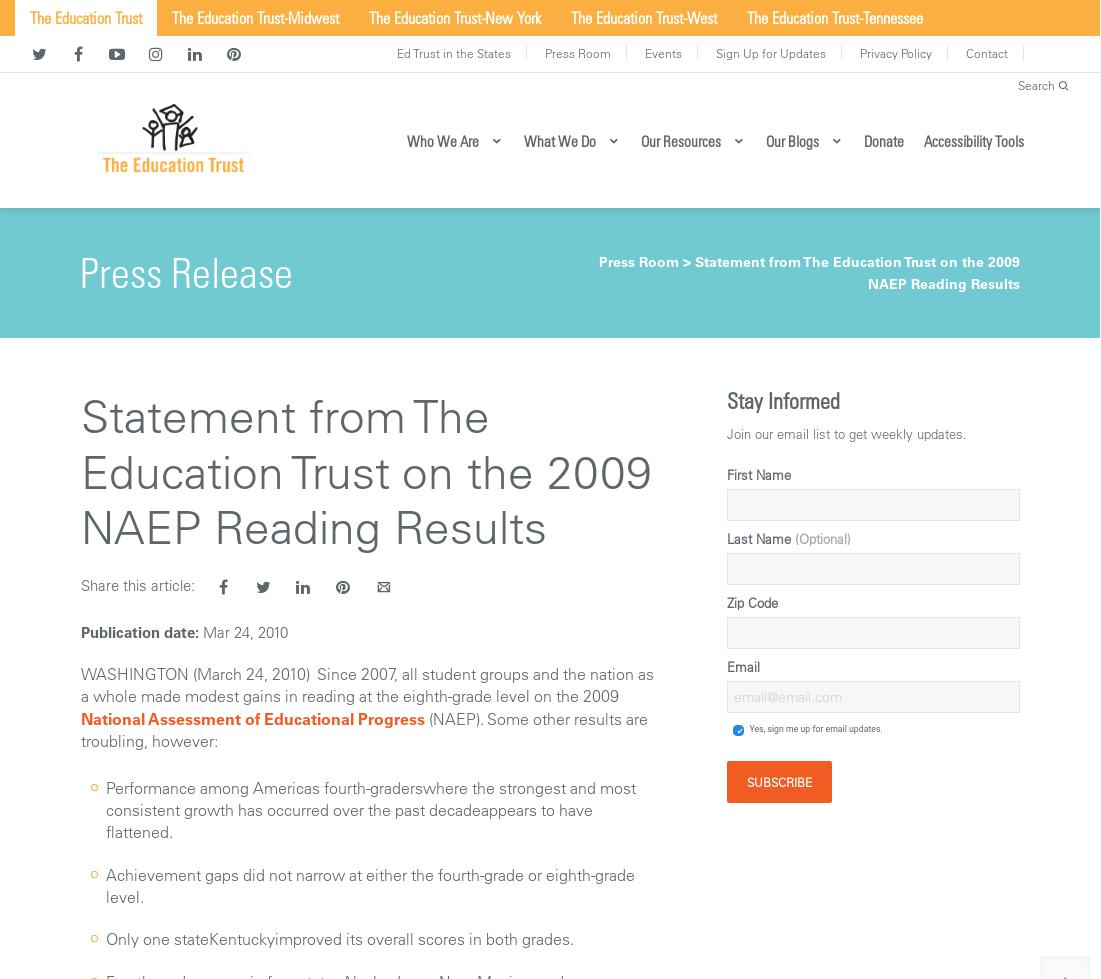  Describe the element at coordinates (822, 536) in the screenshot. I see `'(Optional)'` at that location.